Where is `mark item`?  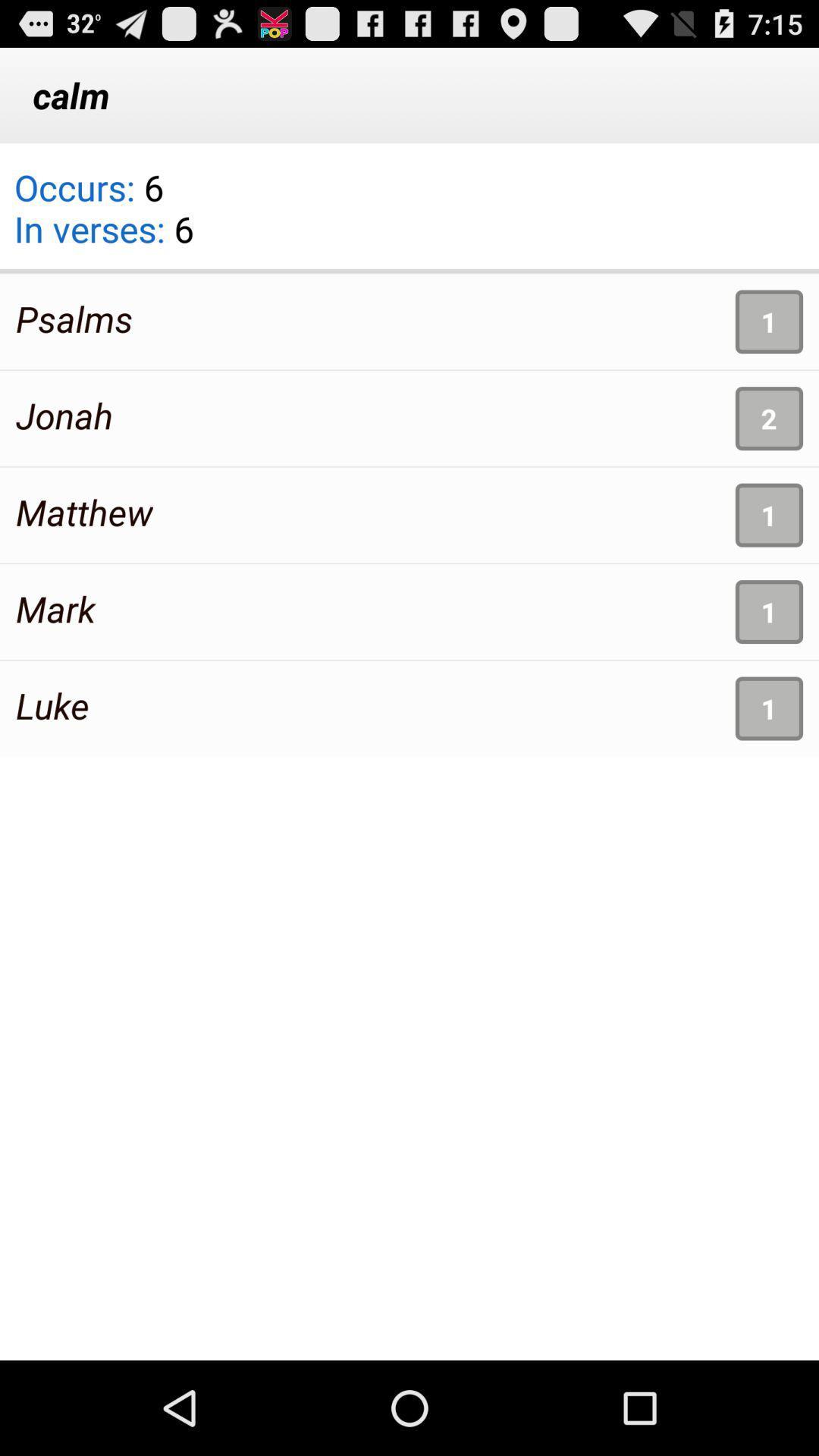 mark item is located at coordinates (55, 608).